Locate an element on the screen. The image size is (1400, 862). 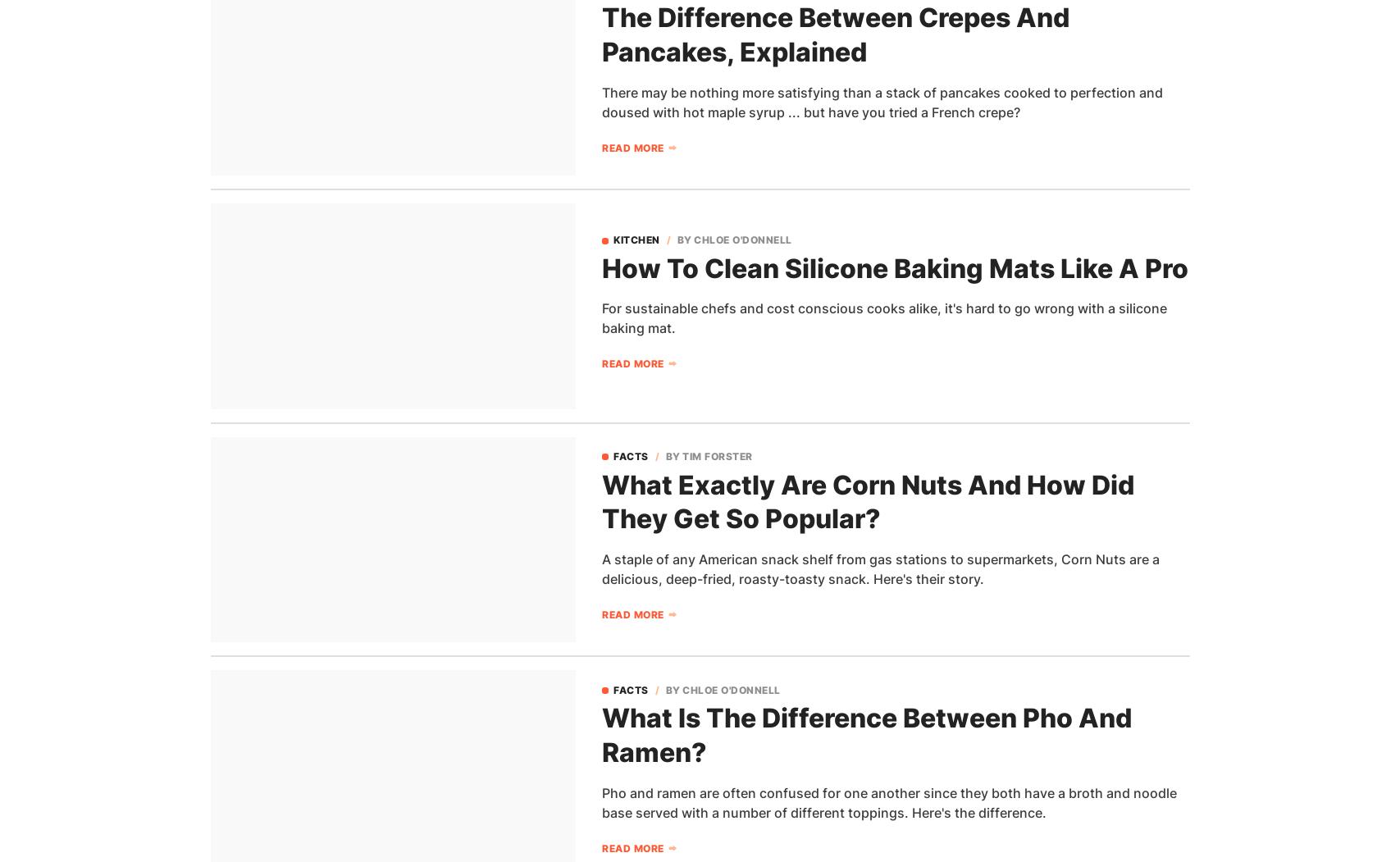
'Kitchen' is located at coordinates (636, 239).